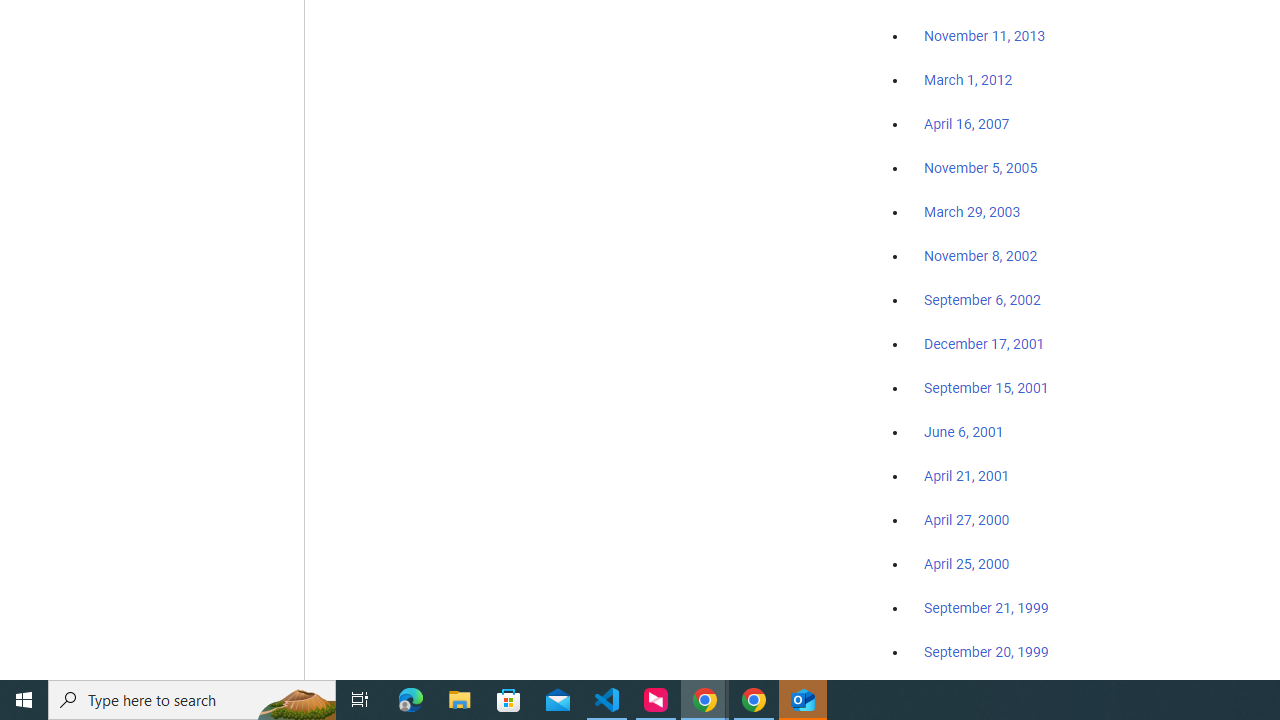 This screenshot has width=1280, height=720. Describe the element at coordinates (967, 476) in the screenshot. I see `'April 21, 2001'` at that location.